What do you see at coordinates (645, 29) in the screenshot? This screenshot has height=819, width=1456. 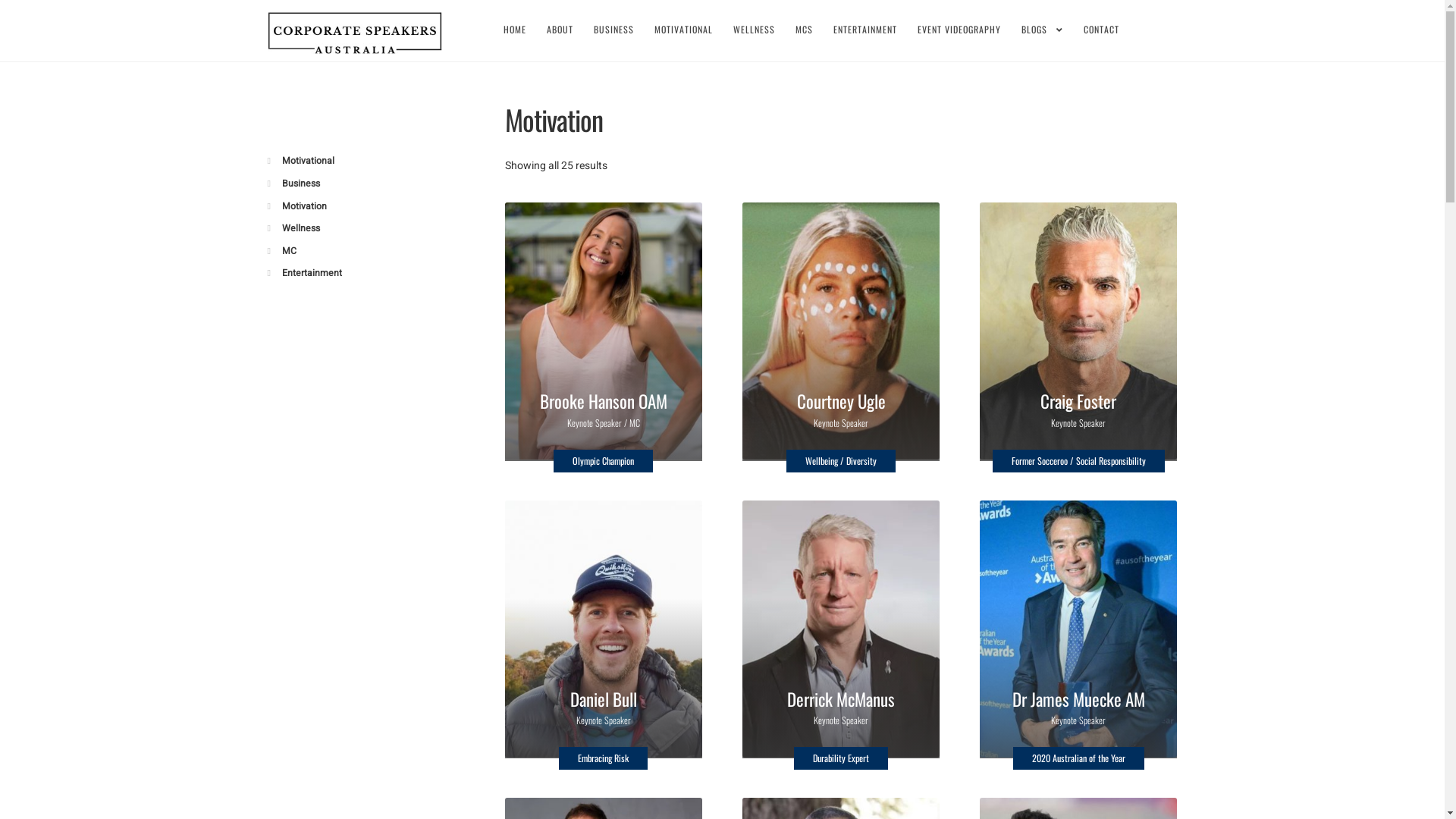 I see `'MOTIVATIONAL'` at bounding box center [645, 29].